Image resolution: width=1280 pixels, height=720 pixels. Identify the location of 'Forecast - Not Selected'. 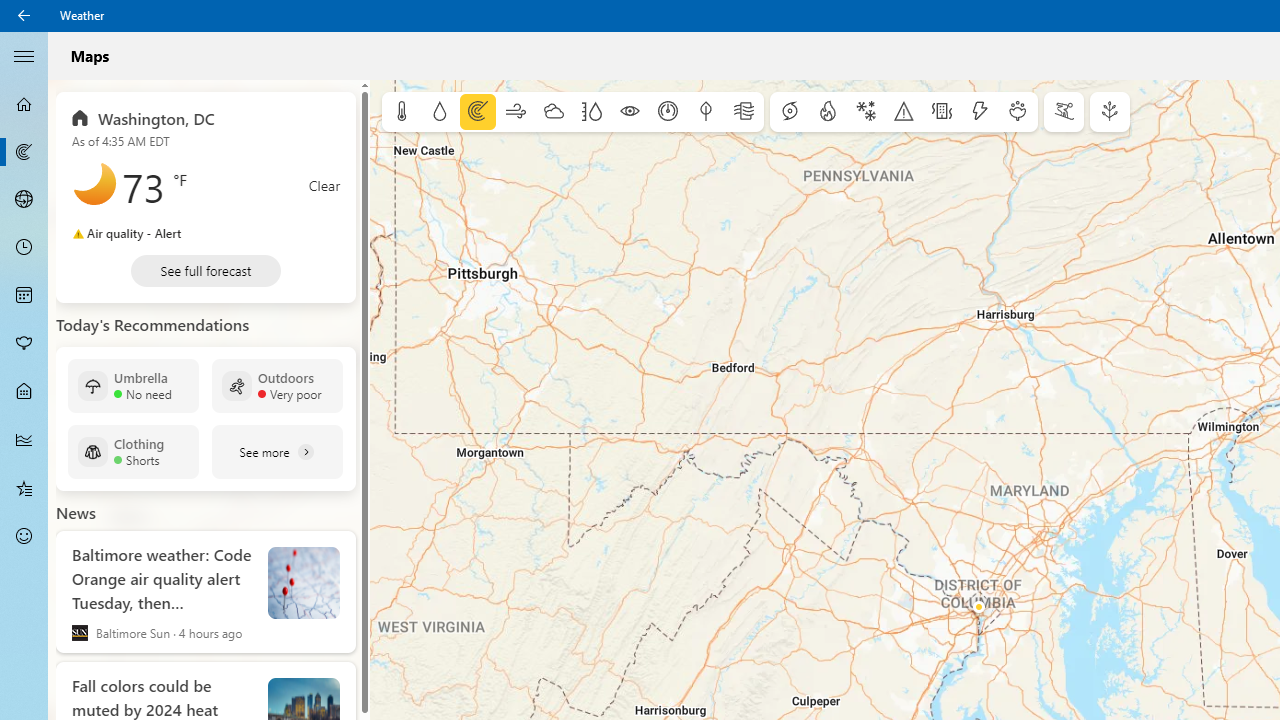
(24, 104).